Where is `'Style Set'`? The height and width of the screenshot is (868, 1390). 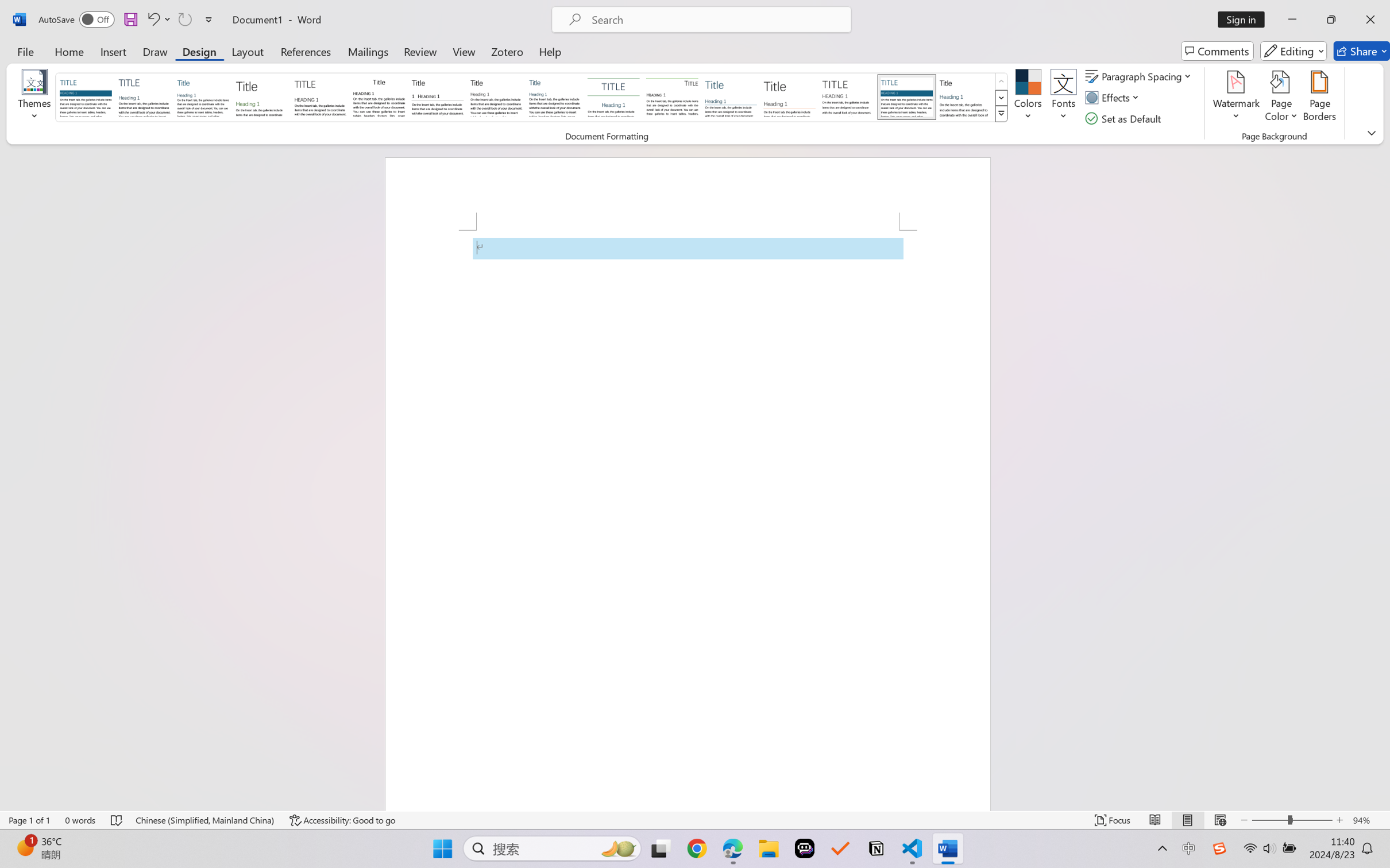 'Style Set' is located at coordinates (1001, 114).